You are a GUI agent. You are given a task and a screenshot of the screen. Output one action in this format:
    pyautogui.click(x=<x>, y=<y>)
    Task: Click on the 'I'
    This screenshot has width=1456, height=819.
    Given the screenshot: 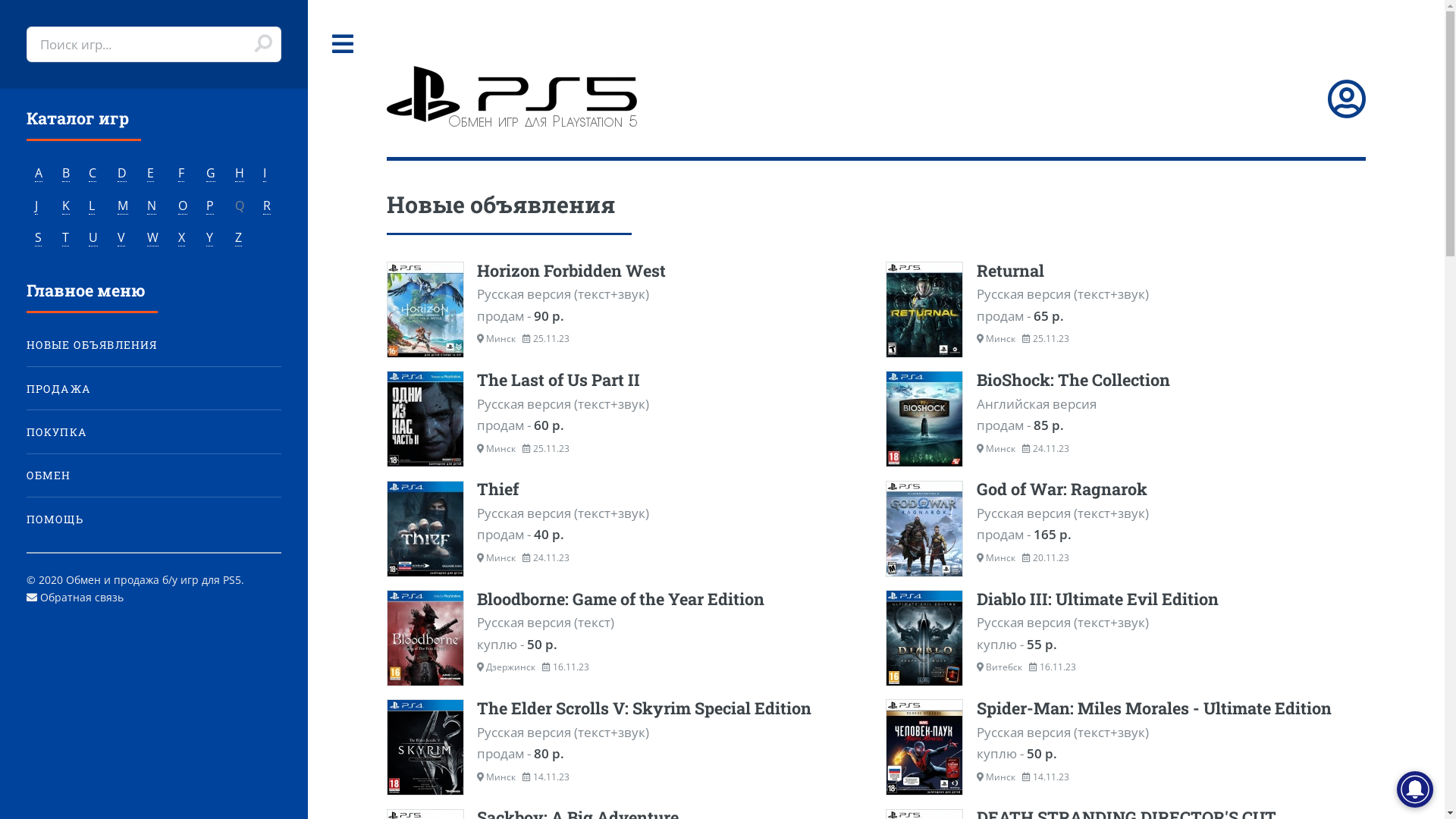 What is the action you would take?
    pyautogui.click(x=265, y=172)
    